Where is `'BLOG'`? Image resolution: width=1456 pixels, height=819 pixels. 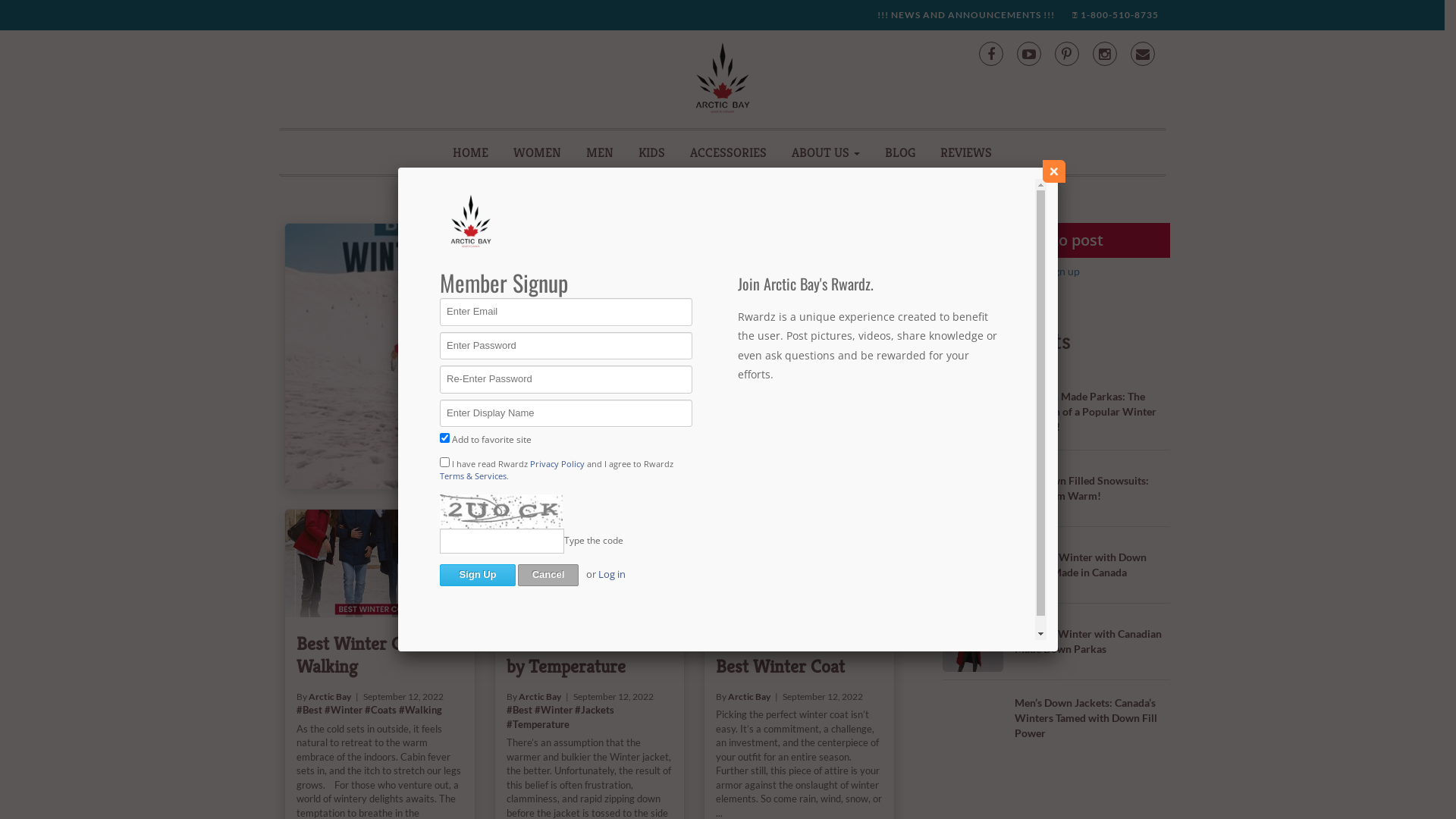 'BLOG' is located at coordinates (899, 152).